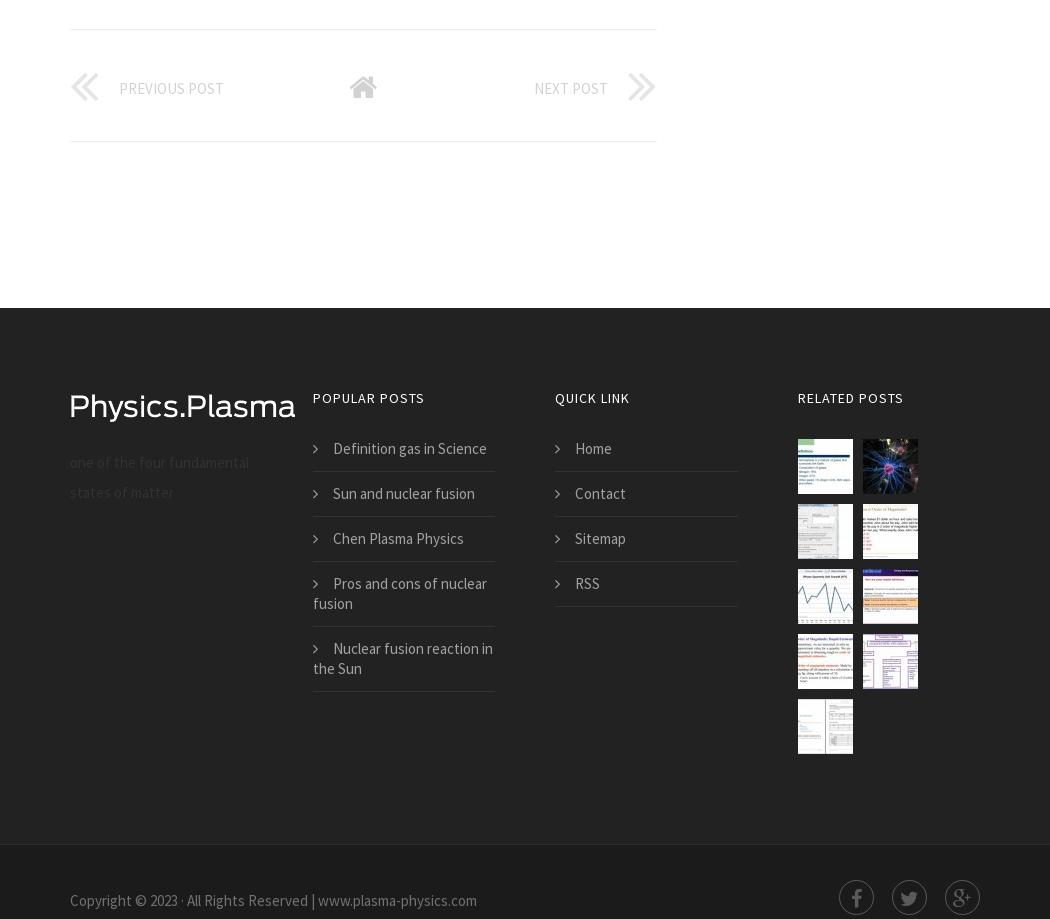  Describe the element at coordinates (402, 492) in the screenshot. I see `'Sun and nuclear fusion'` at that location.